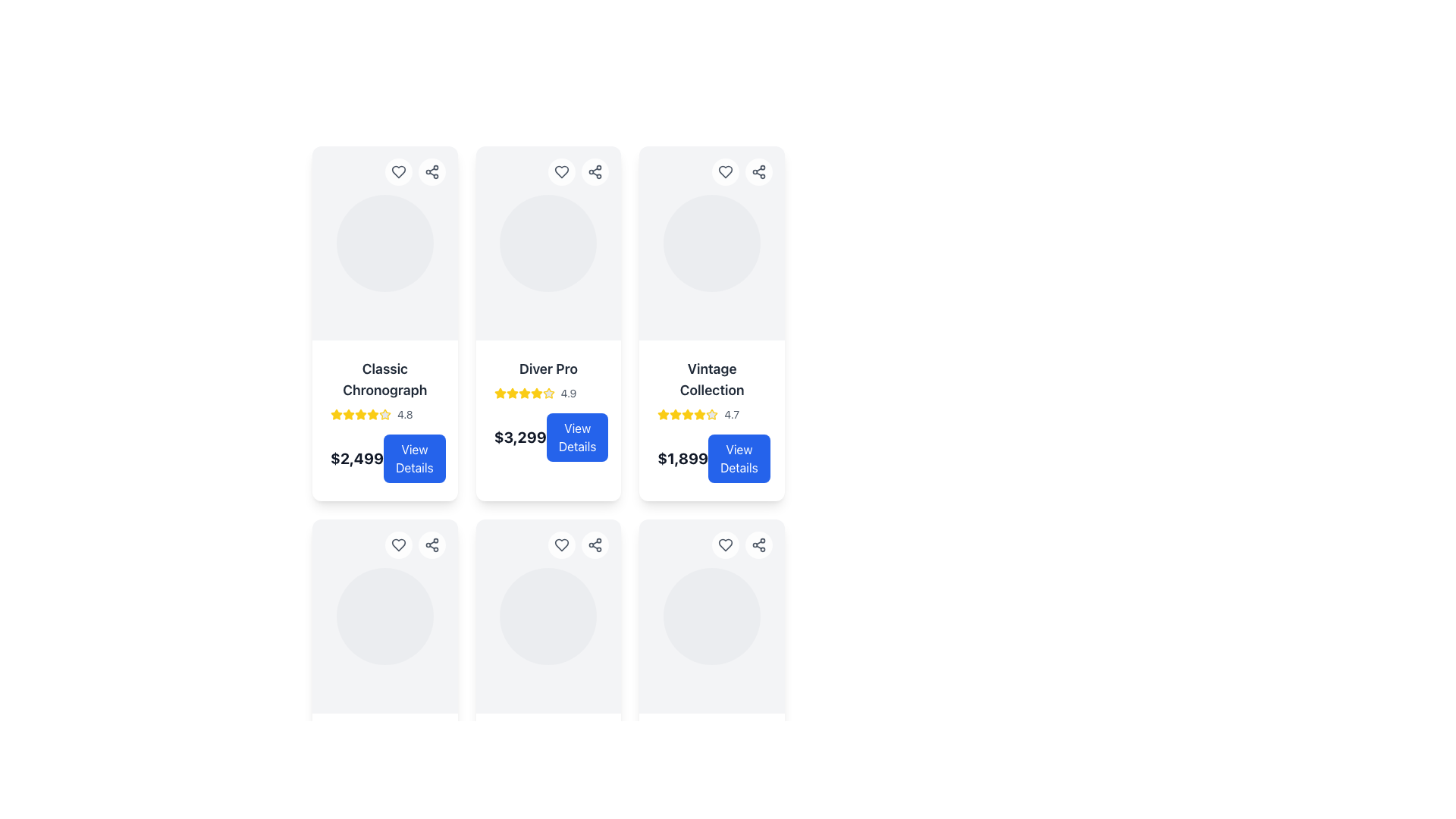  Describe the element at coordinates (759, 171) in the screenshot. I see `the share button located in the top-right corner of the 'Vintage Collection' card, which is the second interactive button following the heart-shaped button` at that location.